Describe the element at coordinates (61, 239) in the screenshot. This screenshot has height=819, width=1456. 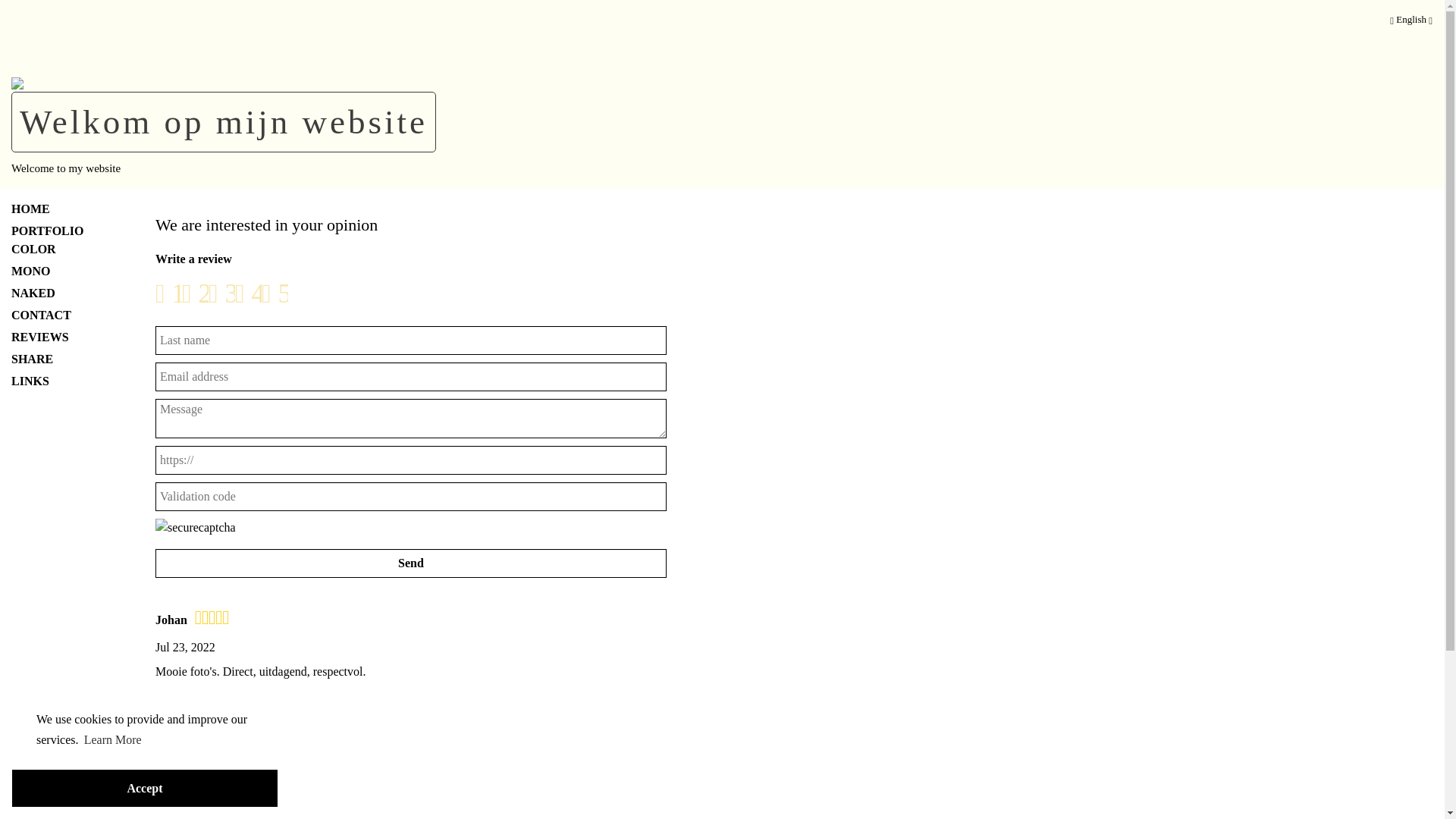
I see `'PORTFOLIO COLOR'` at that location.